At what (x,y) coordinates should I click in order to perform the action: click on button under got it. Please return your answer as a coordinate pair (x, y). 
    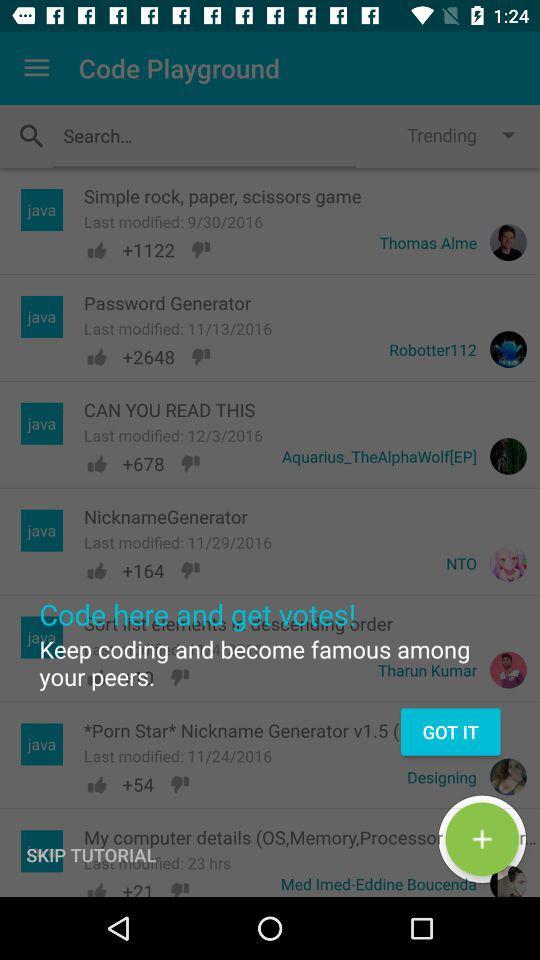
    Looking at the image, I should click on (481, 839).